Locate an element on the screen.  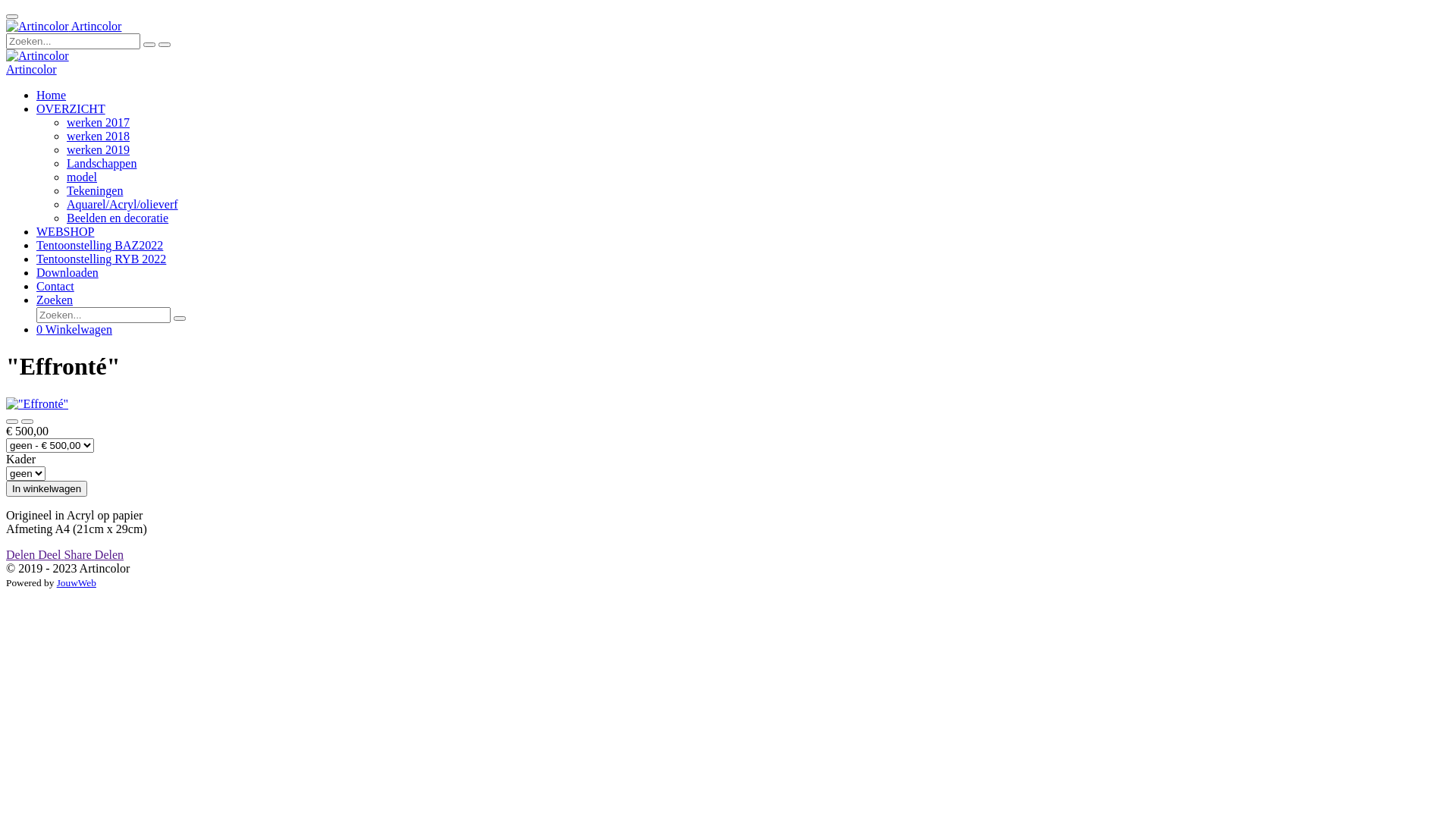
'In winkelwagen' is located at coordinates (46, 488).